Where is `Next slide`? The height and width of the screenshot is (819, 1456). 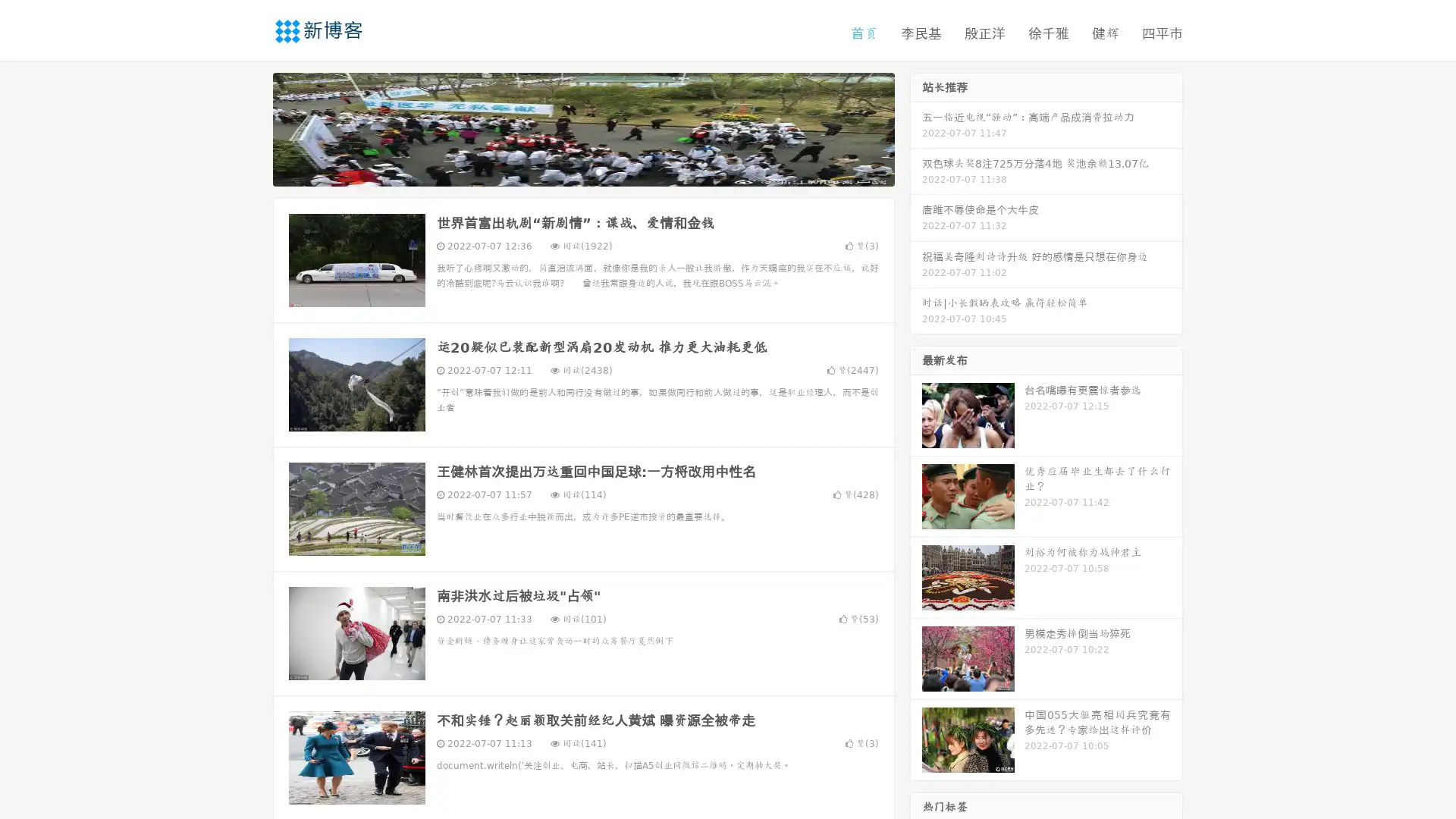
Next slide is located at coordinates (916, 127).